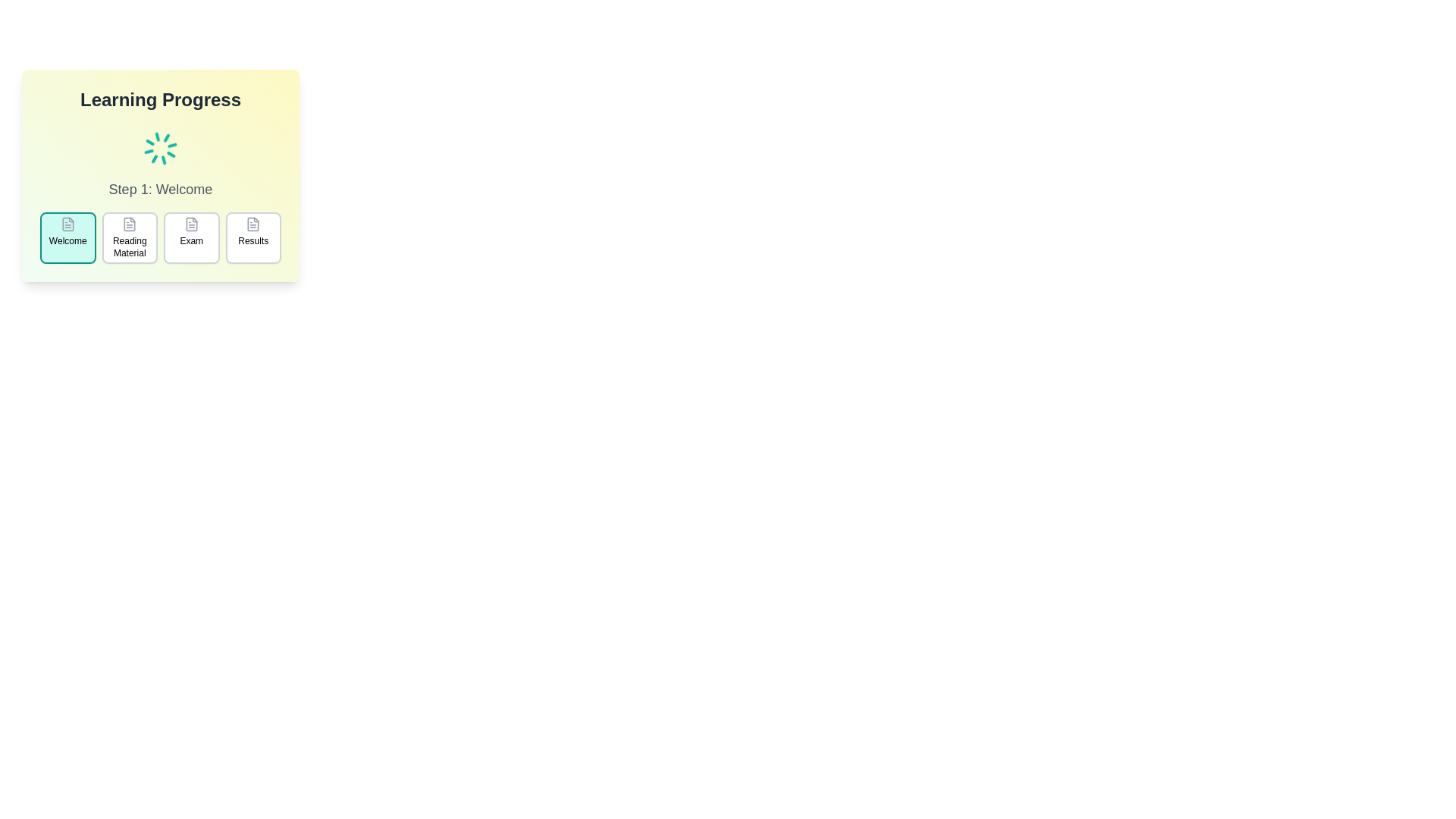 The height and width of the screenshot is (819, 1456). I want to click on the second button from the left in the group of four buttons, located in the yellow-tinted panel labeled 'Learning Progress', for accessibility purposes, so click(130, 237).